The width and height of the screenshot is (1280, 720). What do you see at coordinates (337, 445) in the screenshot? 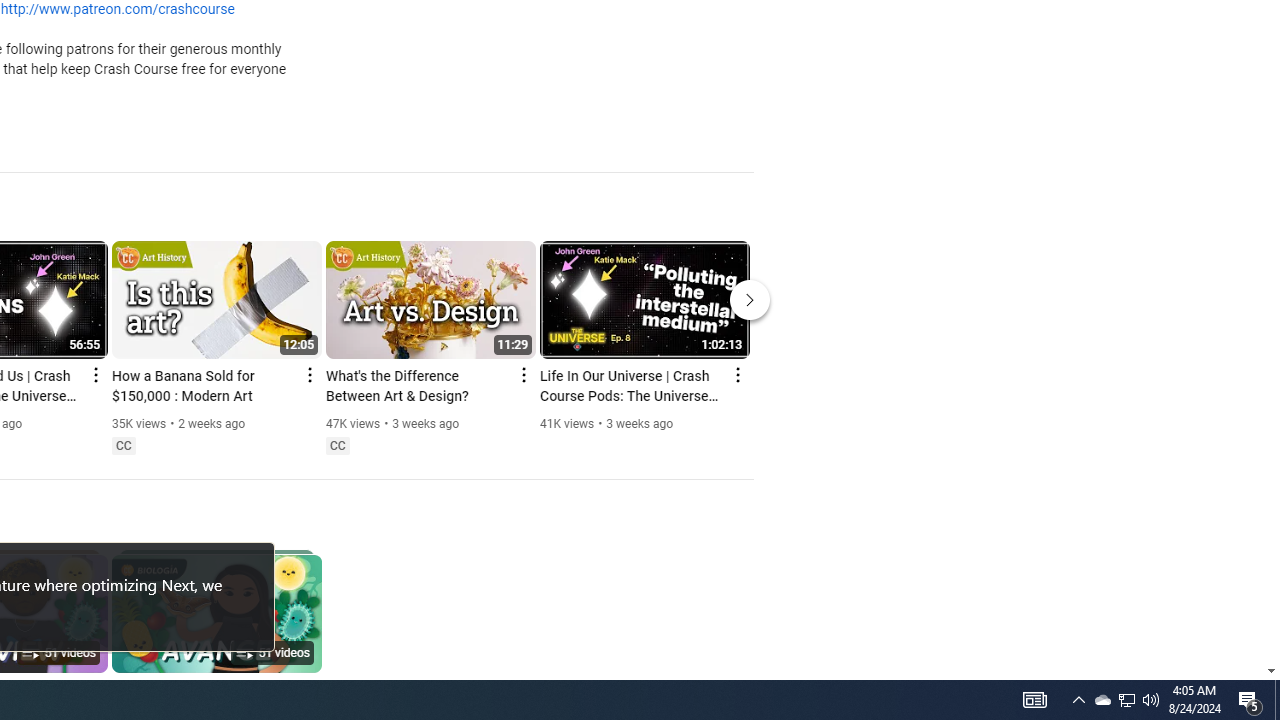
I see `'Closed captions'` at bounding box center [337, 445].